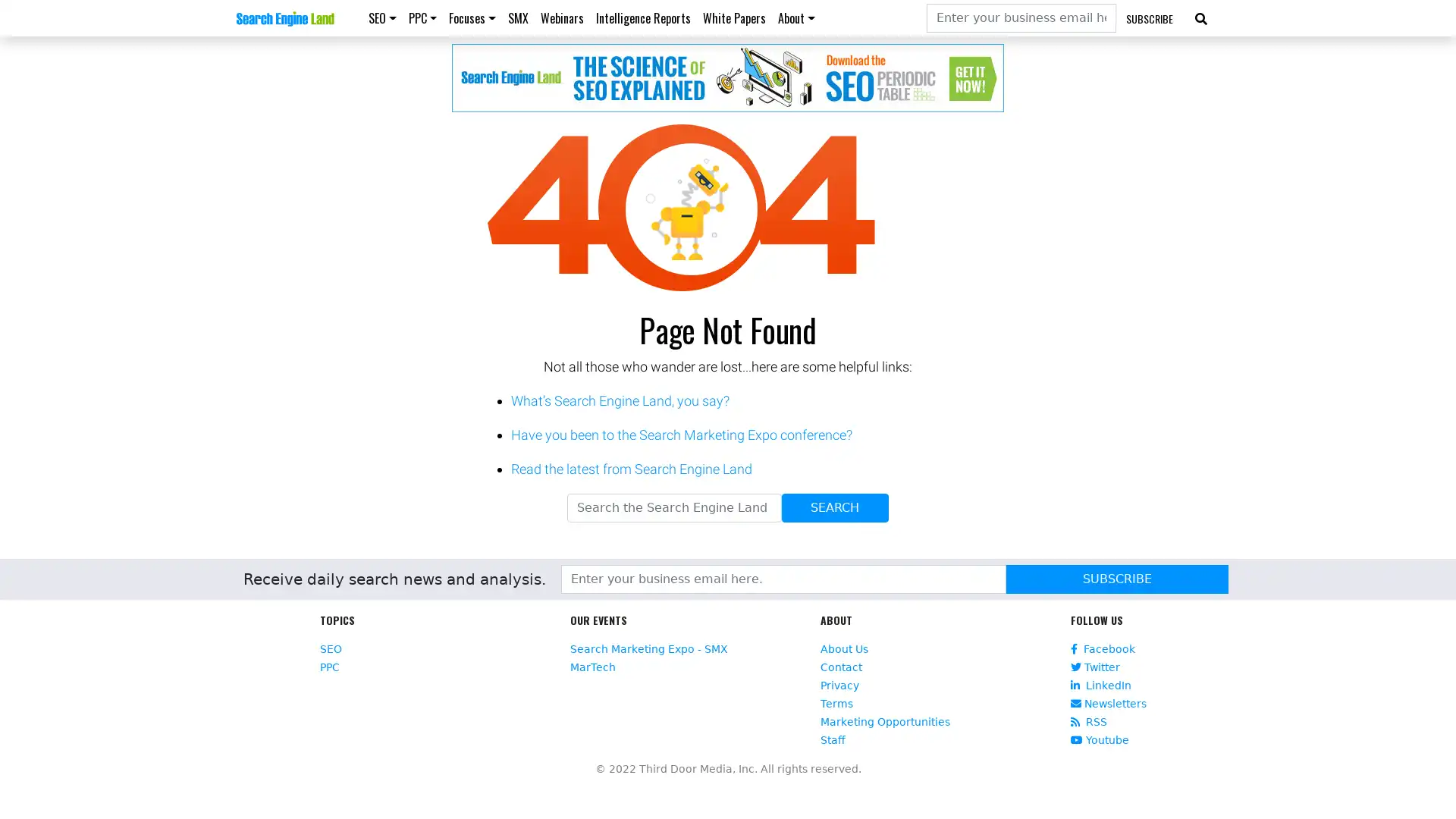  What do you see at coordinates (1150, 17) in the screenshot?
I see `SUBSCRIBE` at bounding box center [1150, 17].